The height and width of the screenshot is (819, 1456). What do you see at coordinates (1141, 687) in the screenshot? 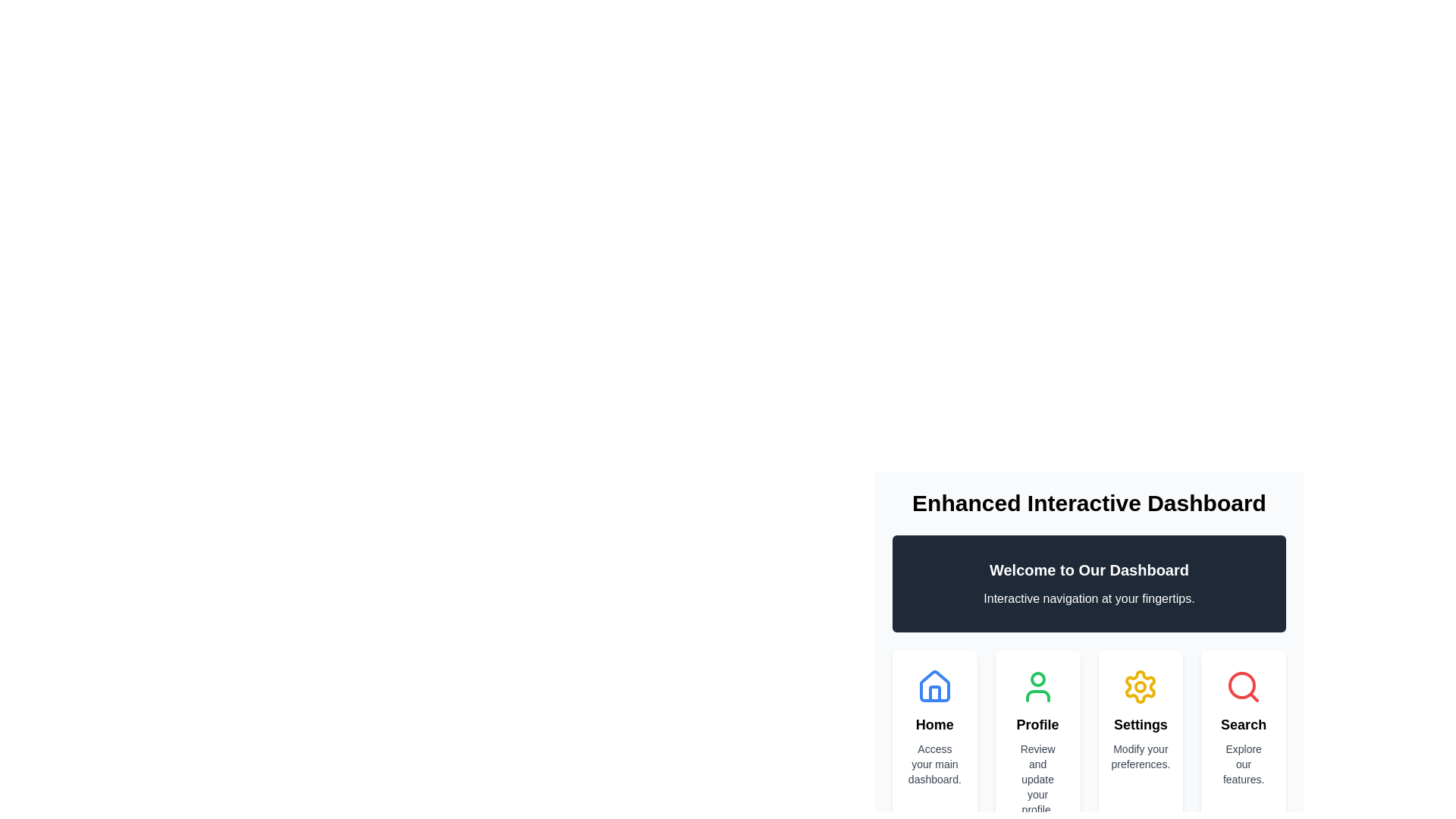
I see `the 'Settings' icon located centrally within a row of cards` at bounding box center [1141, 687].